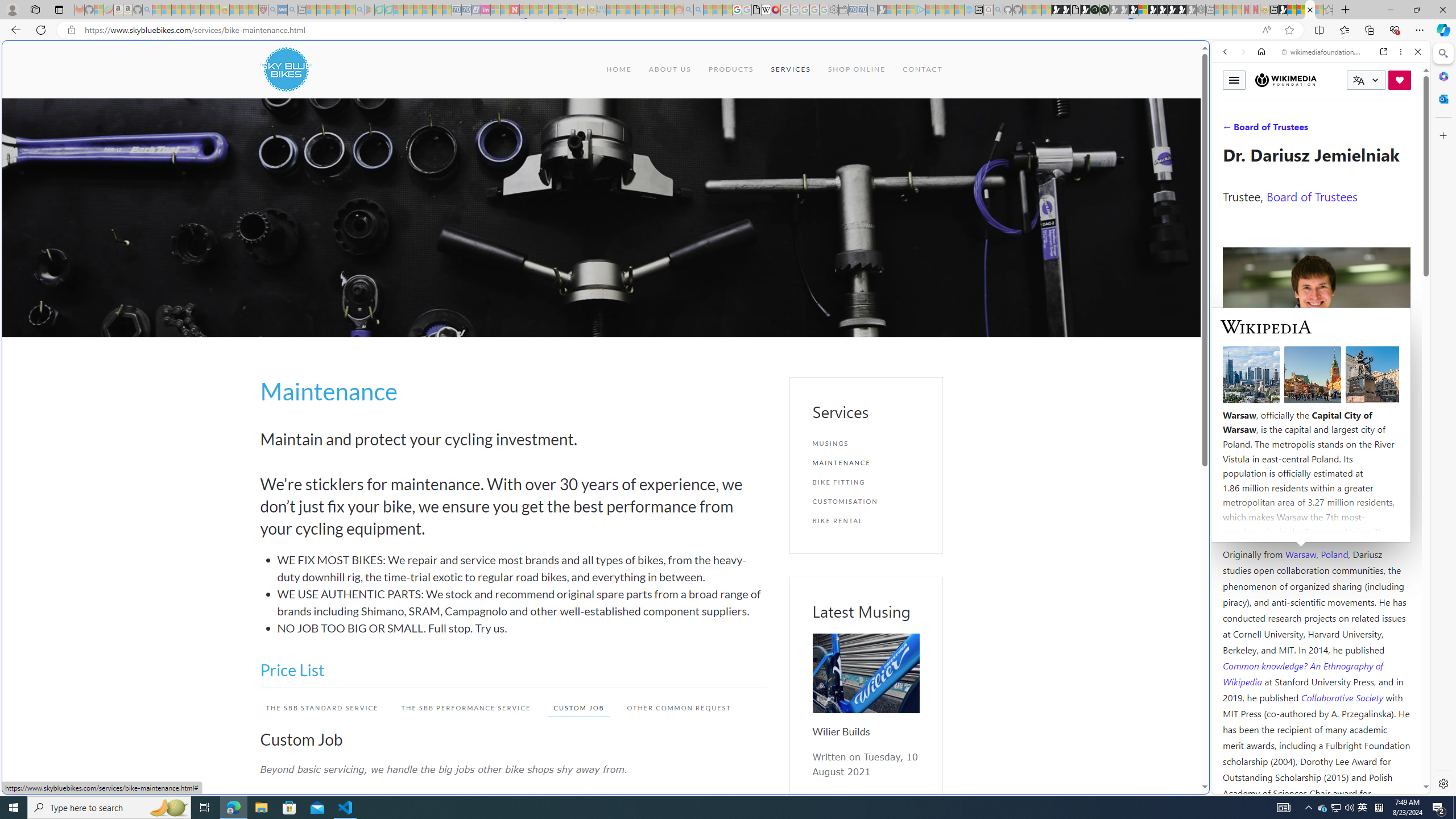 The width and height of the screenshot is (1456, 819). Describe the element at coordinates (1309, 9) in the screenshot. I see `'Services - Maintenance | Sky Blue Bikes - Sky Blue Bikes'` at that location.